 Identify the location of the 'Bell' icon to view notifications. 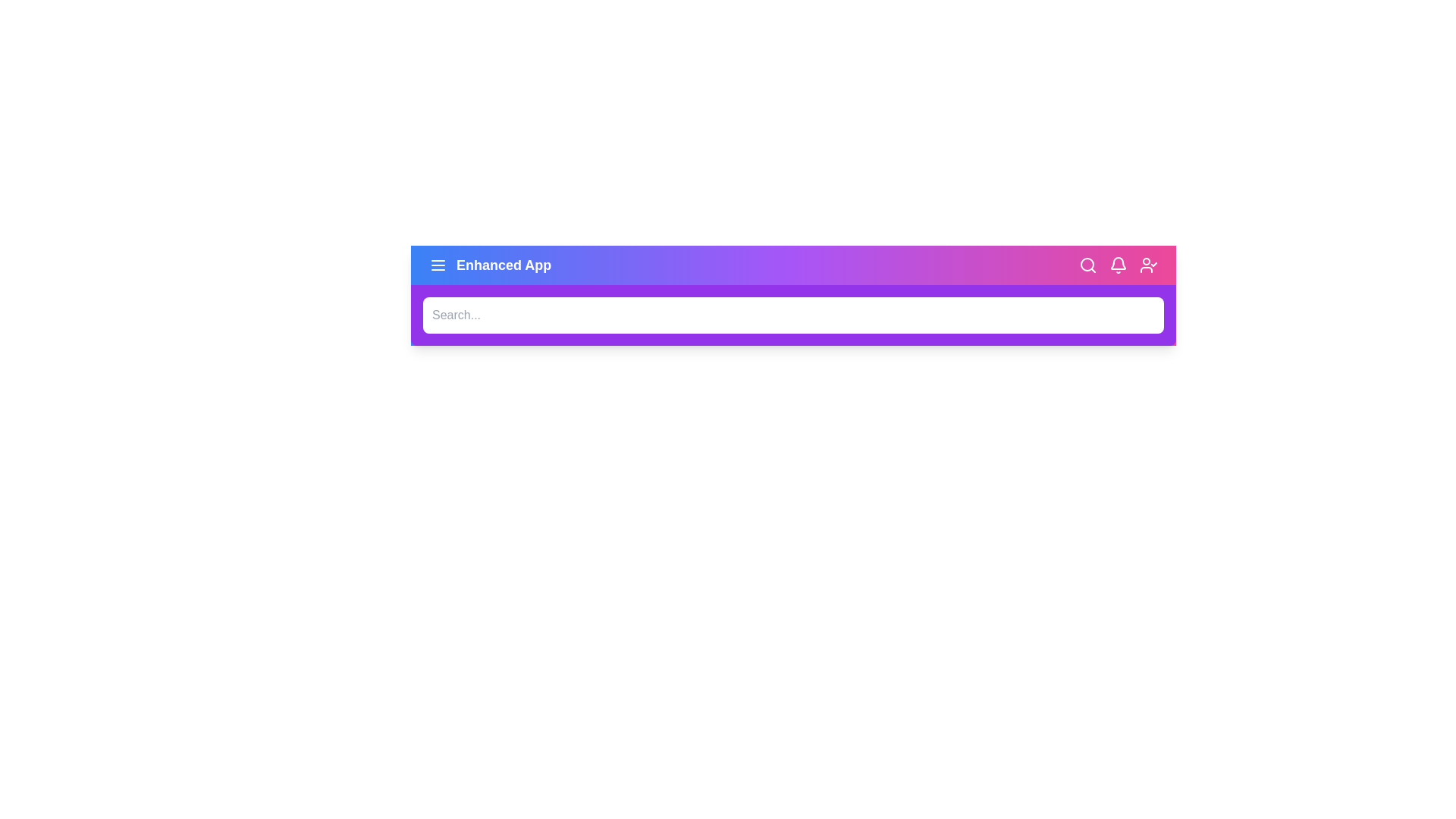
(1118, 265).